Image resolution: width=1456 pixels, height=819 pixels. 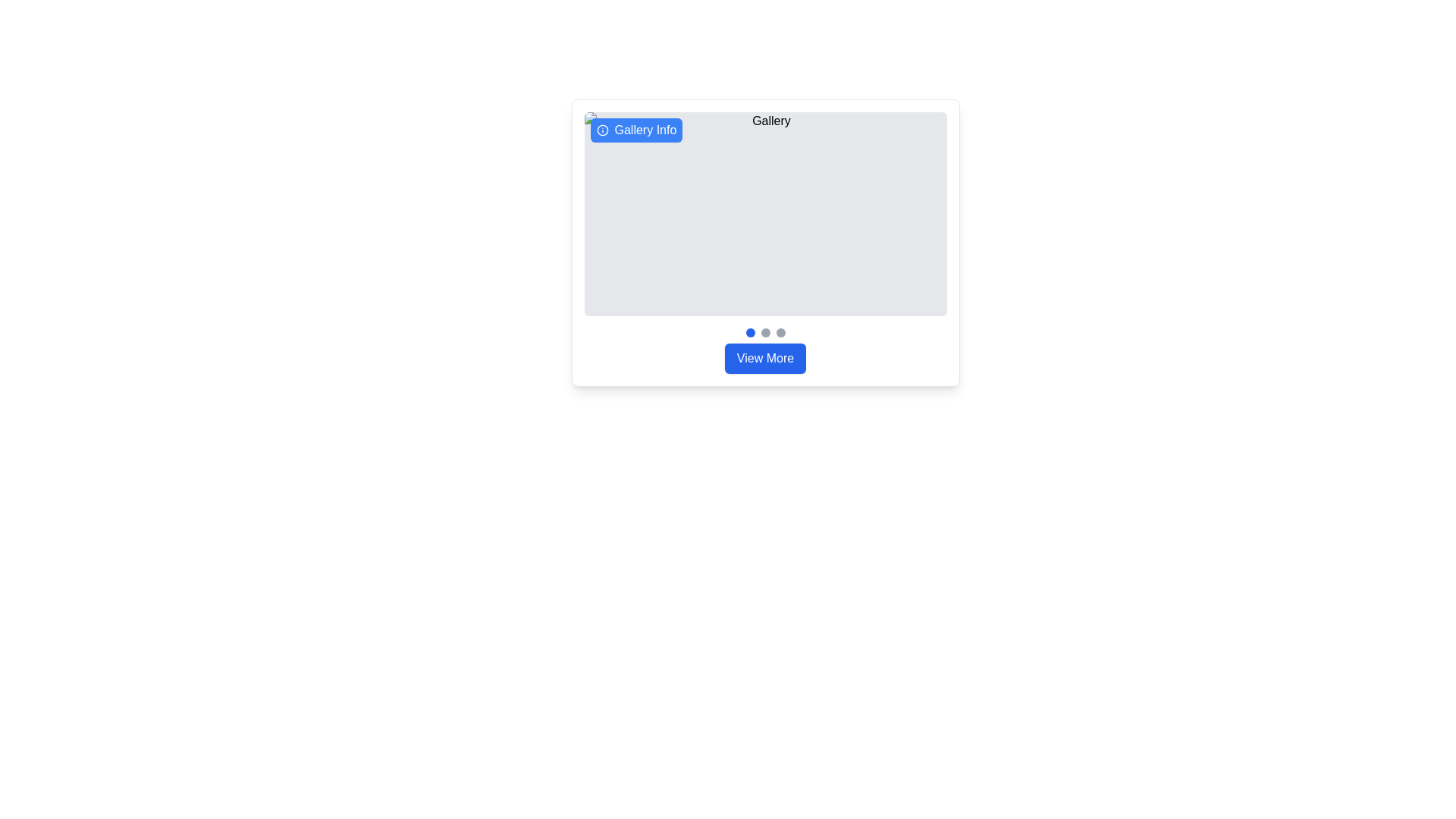 I want to click on the second gray dot in the sequence of three horizontal dots, so click(x=765, y=331).